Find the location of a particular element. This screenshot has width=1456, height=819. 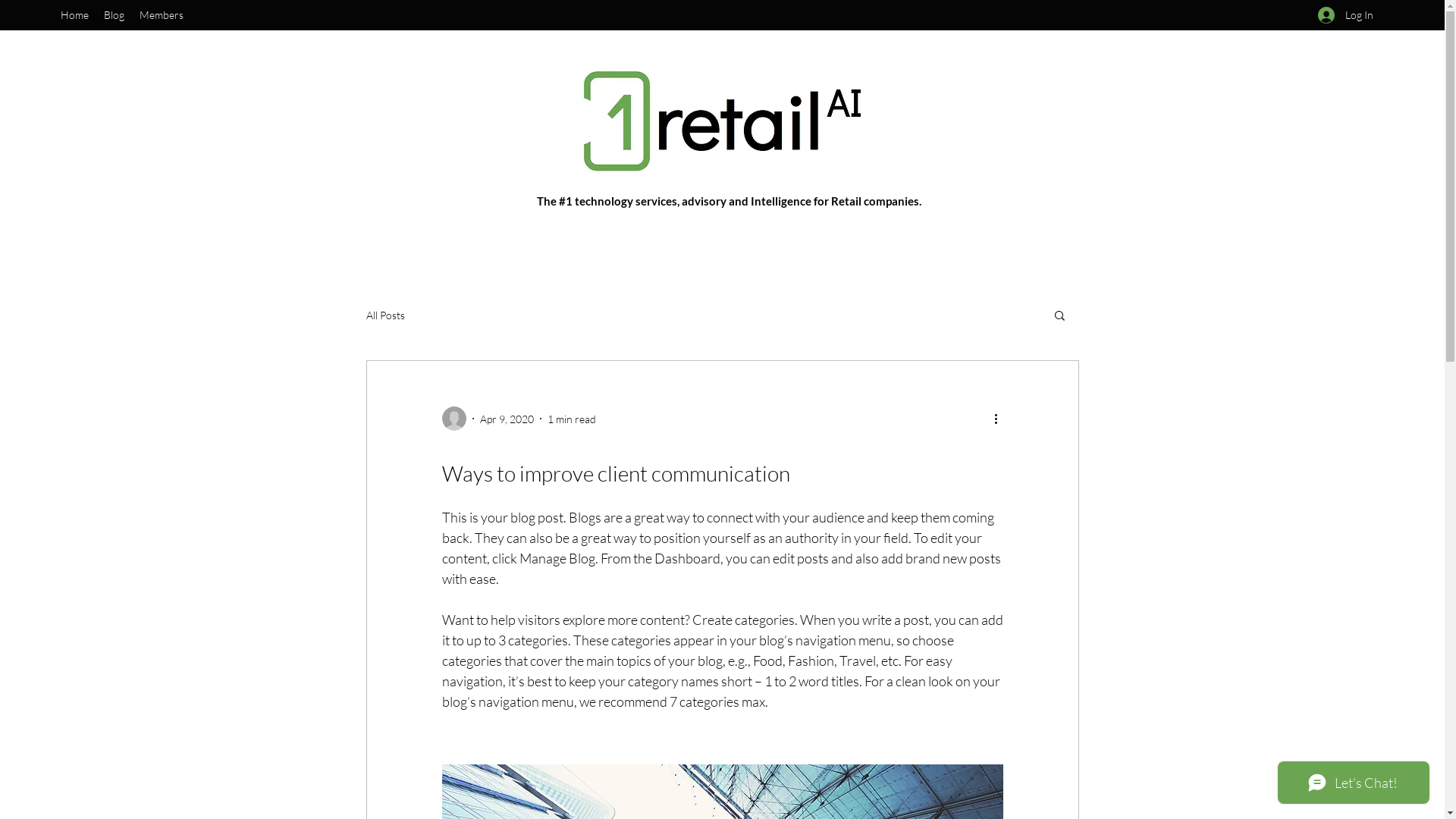

'Blog' is located at coordinates (95, 14).